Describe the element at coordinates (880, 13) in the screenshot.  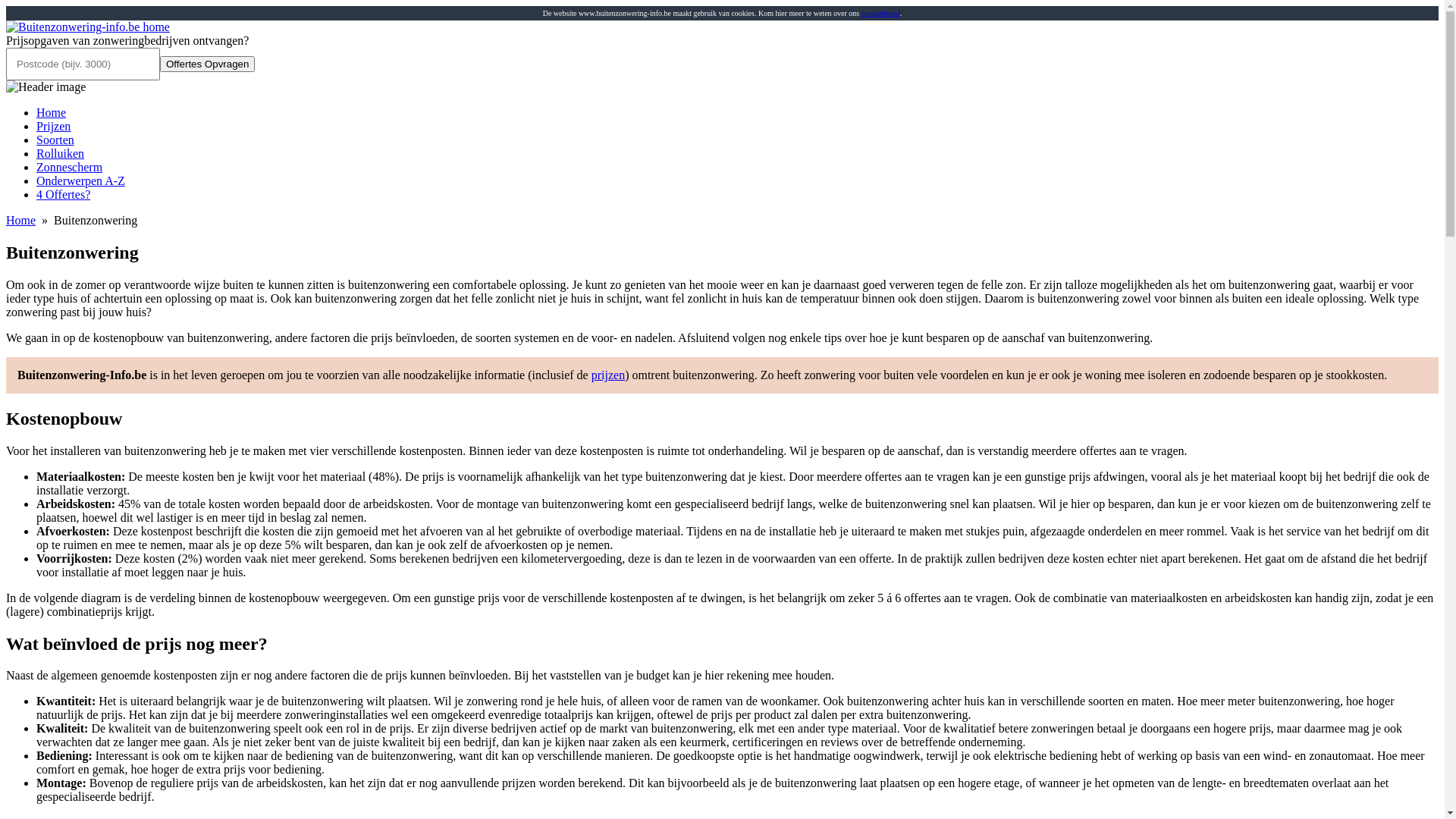
I see `'cookiebeleid'` at that location.